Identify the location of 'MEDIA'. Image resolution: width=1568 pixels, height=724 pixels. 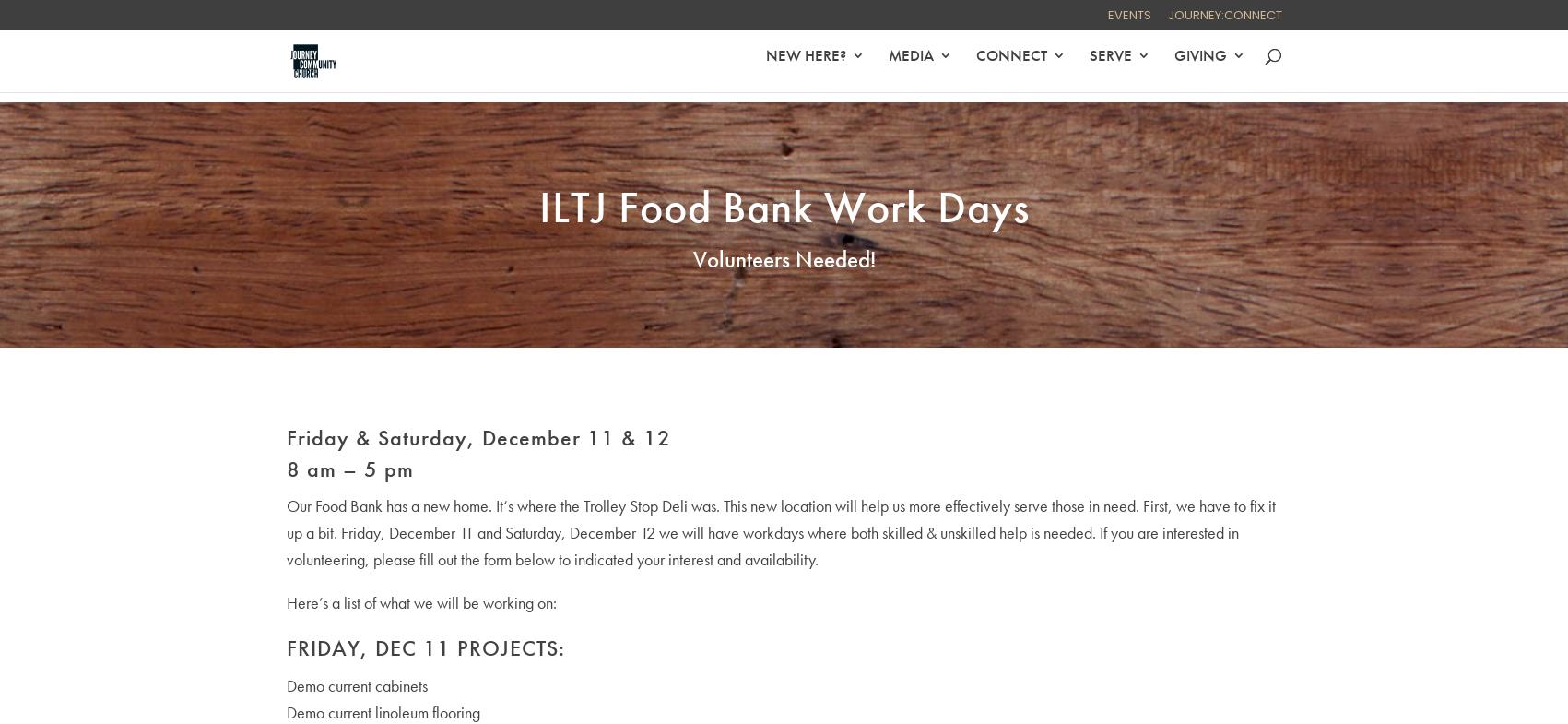
(910, 65).